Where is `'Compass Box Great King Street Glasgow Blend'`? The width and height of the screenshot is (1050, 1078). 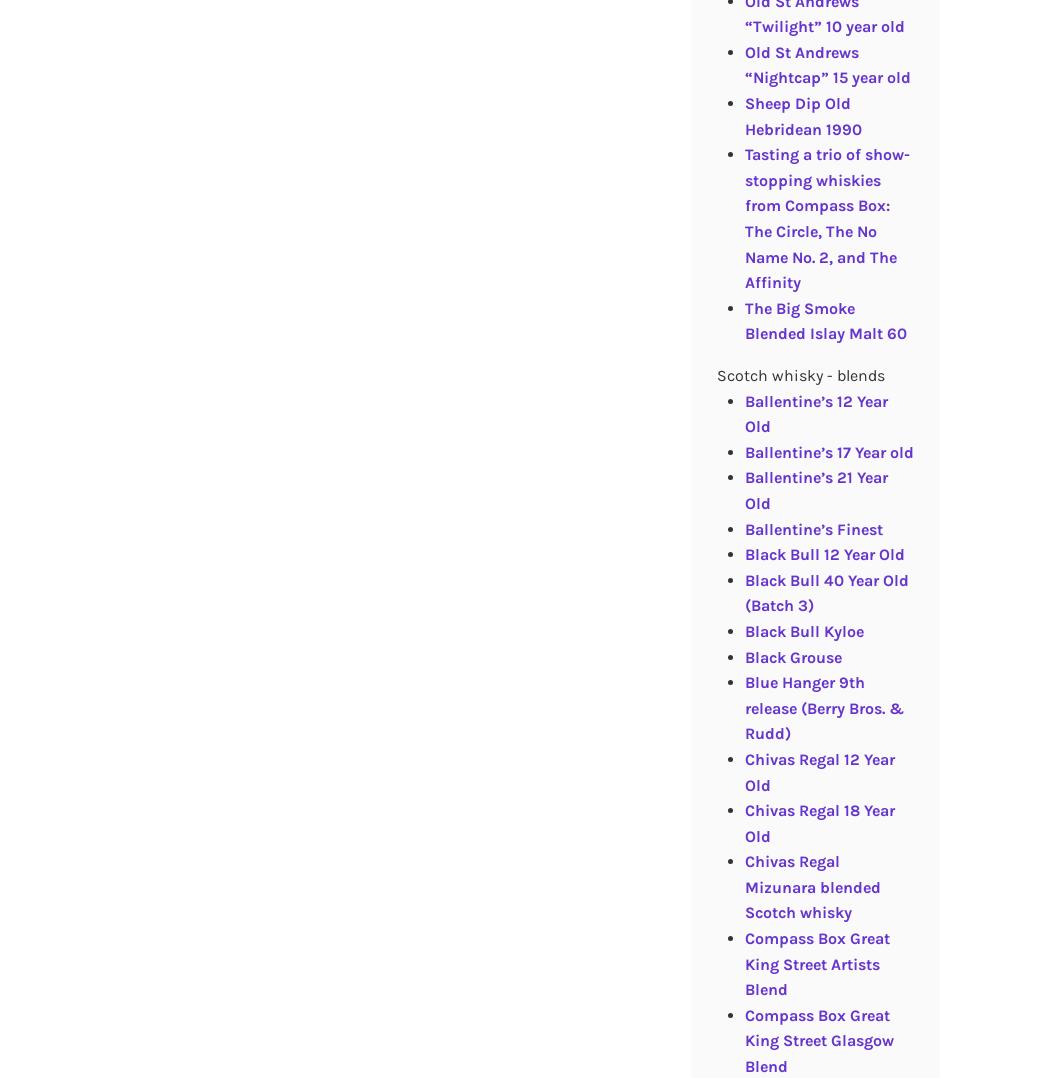 'Compass Box Great King Street Glasgow Blend' is located at coordinates (817, 1040).